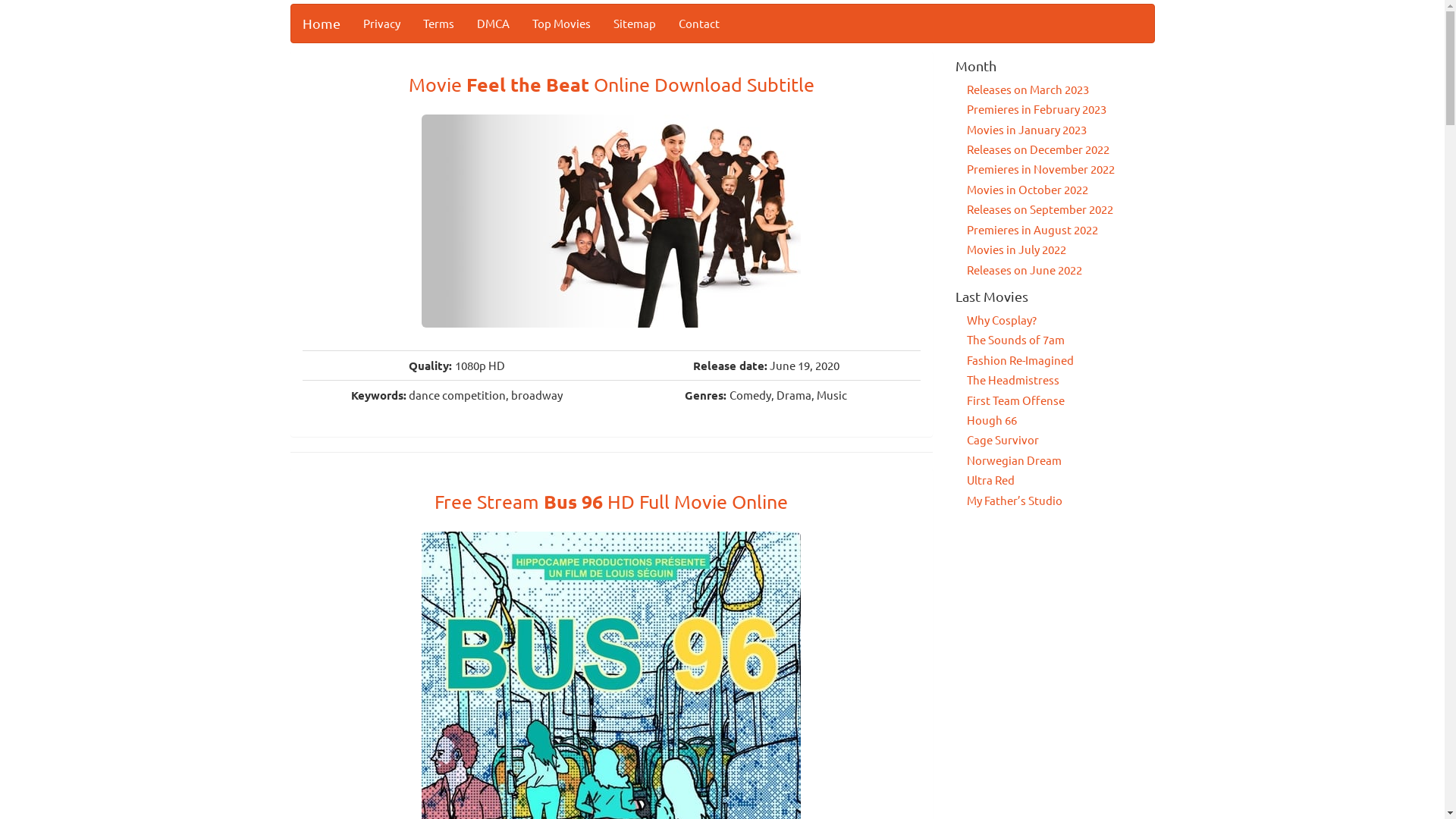 The height and width of the screenshot is (819, 1456). Describe the element at coordinates (1036, 108) in the screenshot. I see `'Premieres in February 2023'` at that location.